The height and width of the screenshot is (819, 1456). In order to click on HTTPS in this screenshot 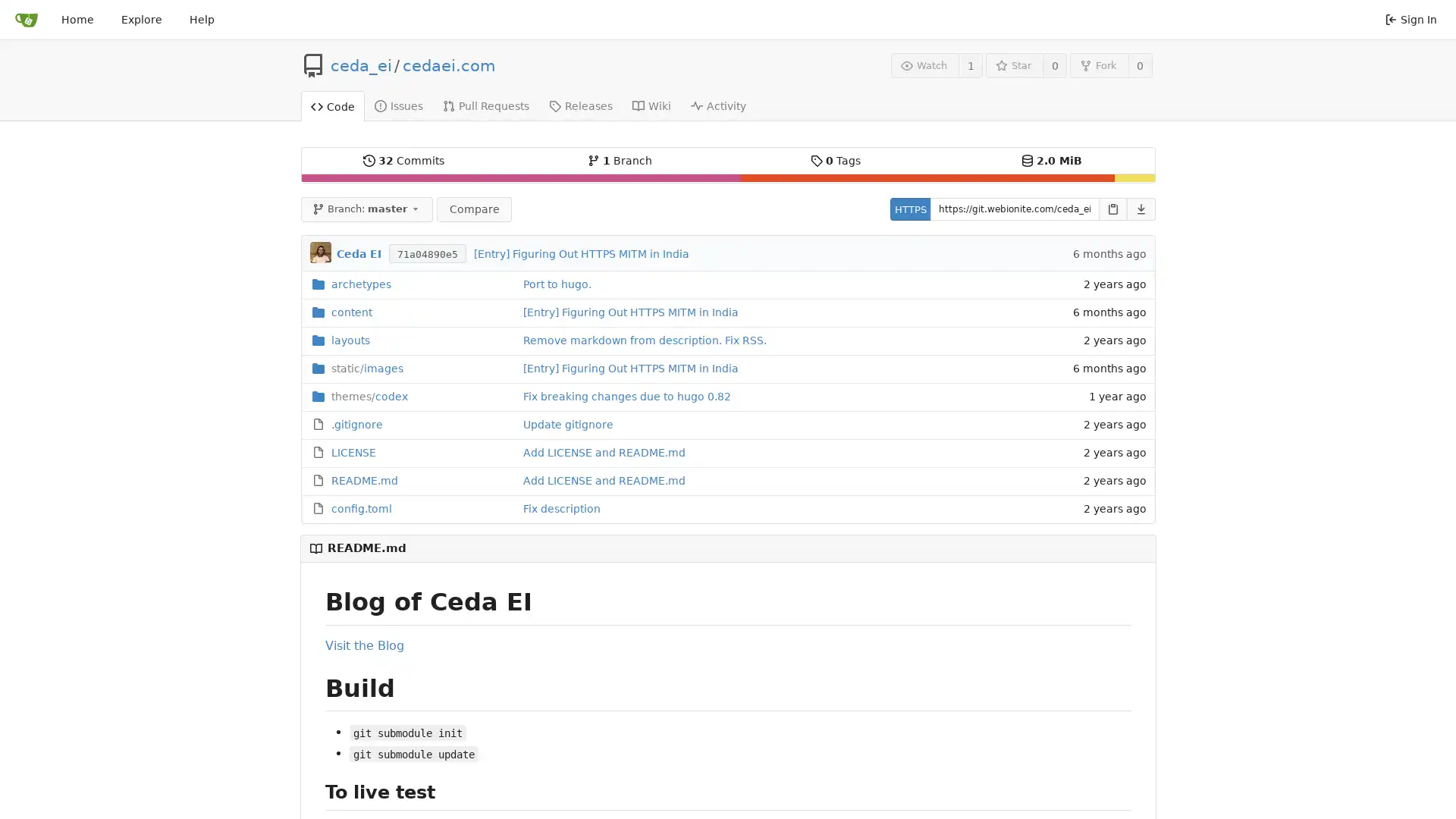, I will do `click(909, 209)`.